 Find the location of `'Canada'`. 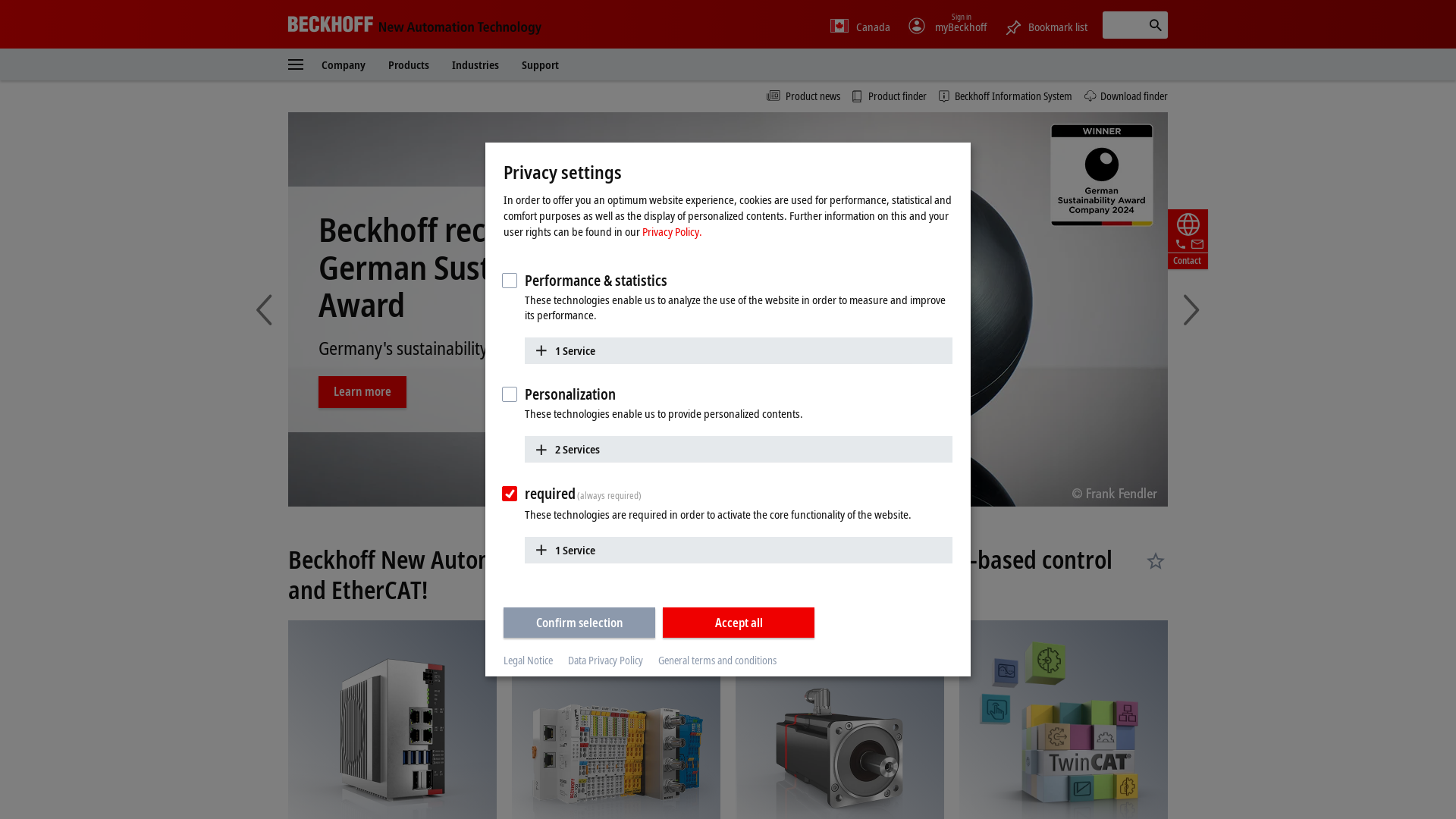

'Canada' is located at coordinates (860, 27).